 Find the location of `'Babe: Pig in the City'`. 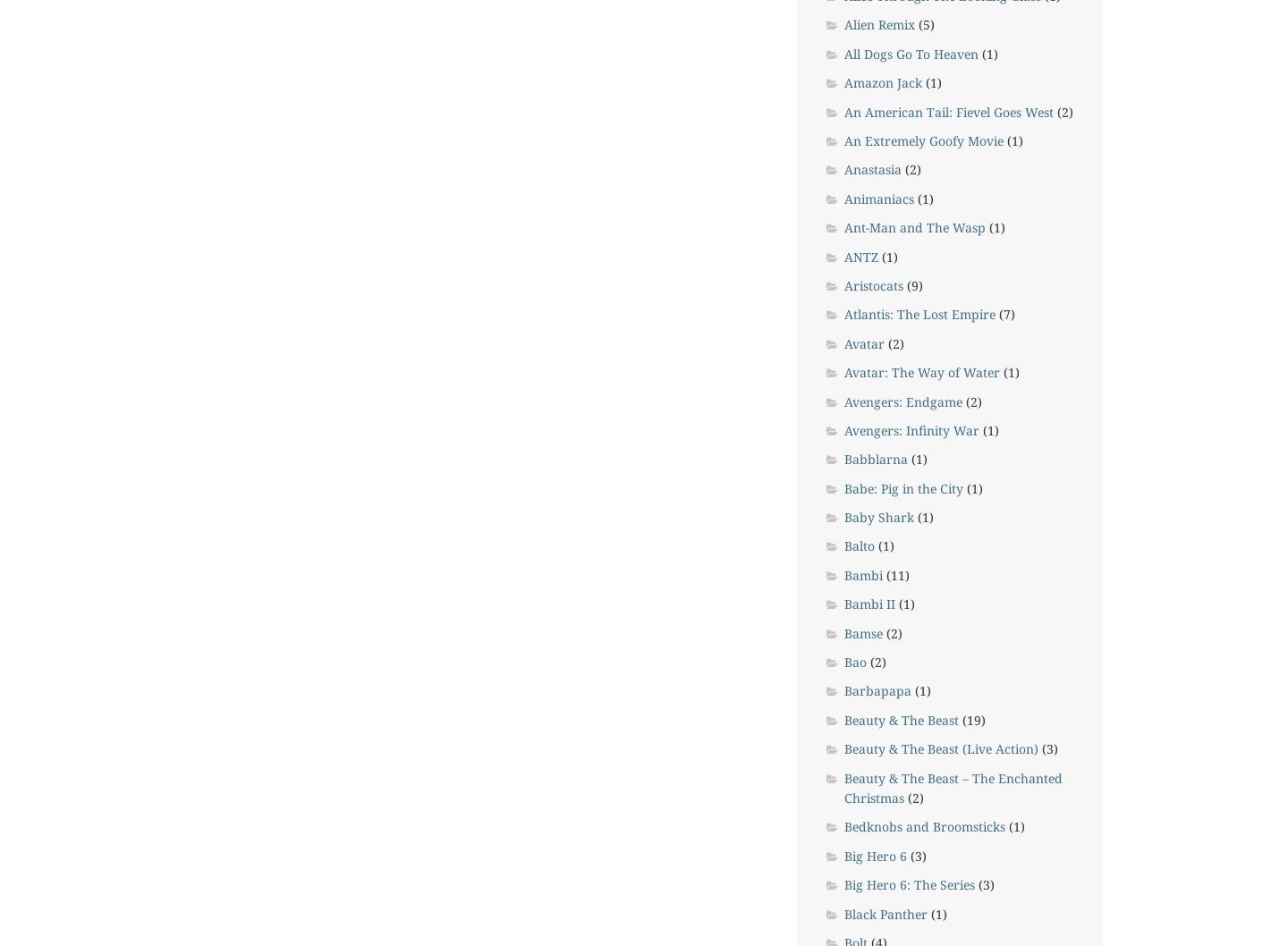

'Babe: Pig in the City' is located at coordinates (902, 487).